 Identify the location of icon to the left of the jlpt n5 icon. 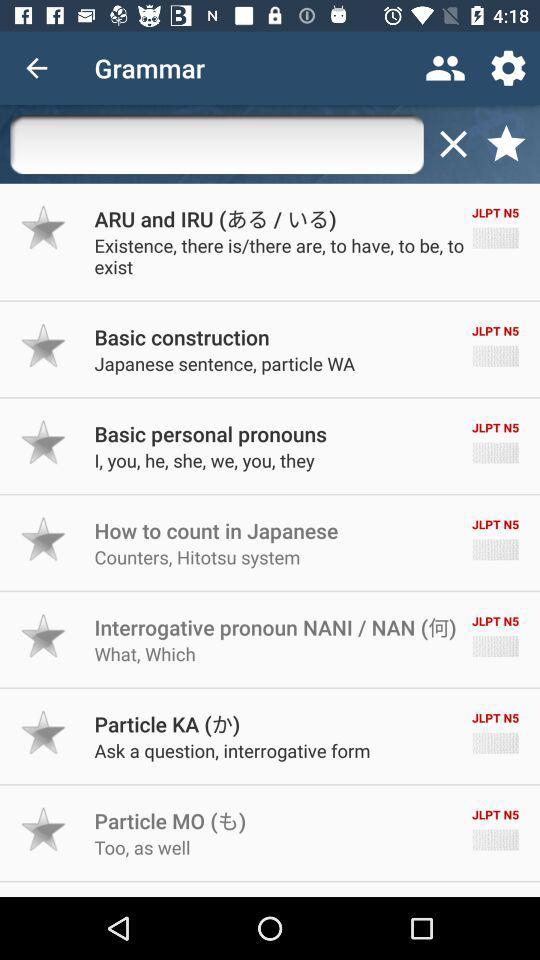
(182, 337).